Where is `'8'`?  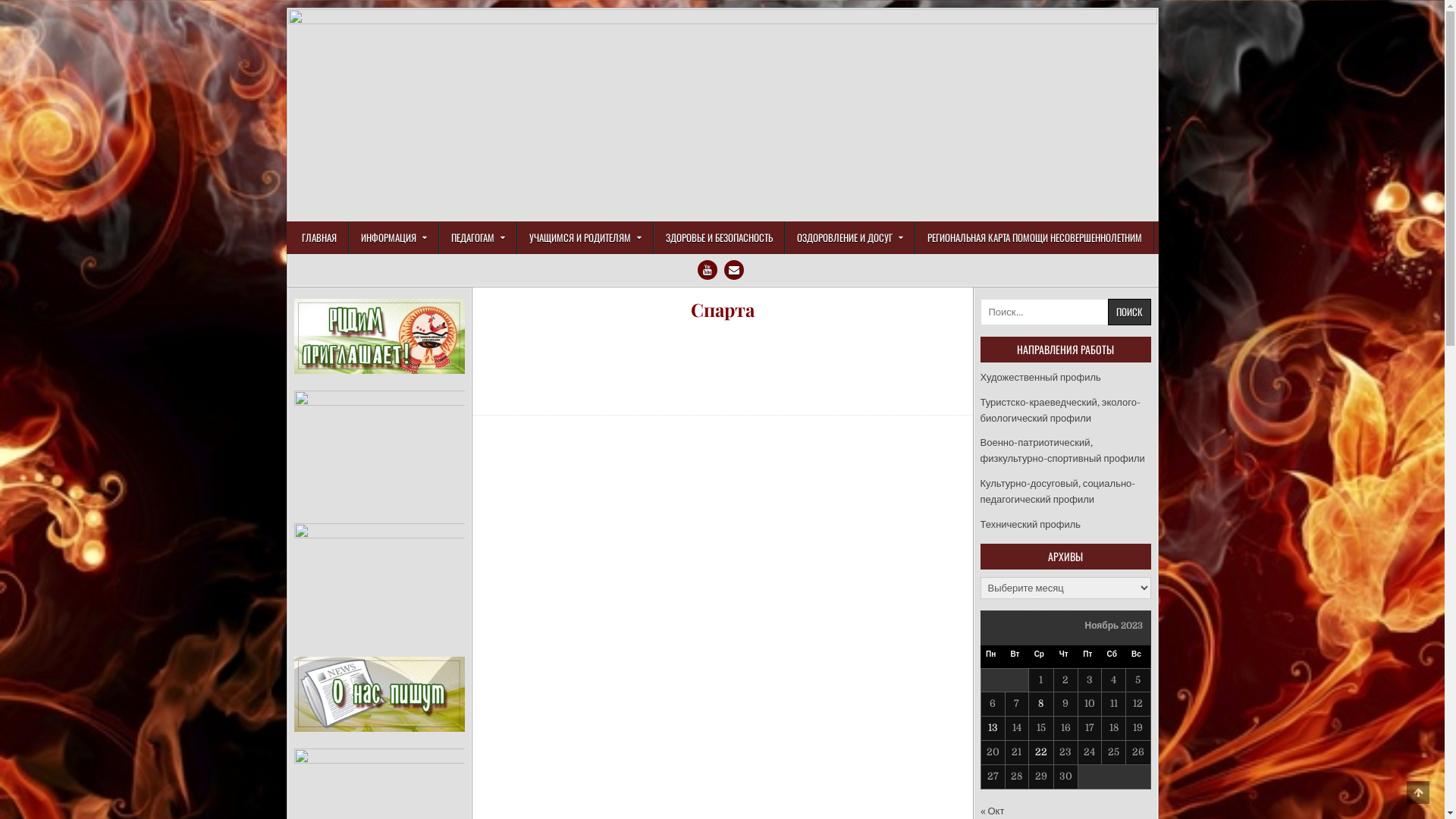
'8' is located at coordinates (1037, 703).